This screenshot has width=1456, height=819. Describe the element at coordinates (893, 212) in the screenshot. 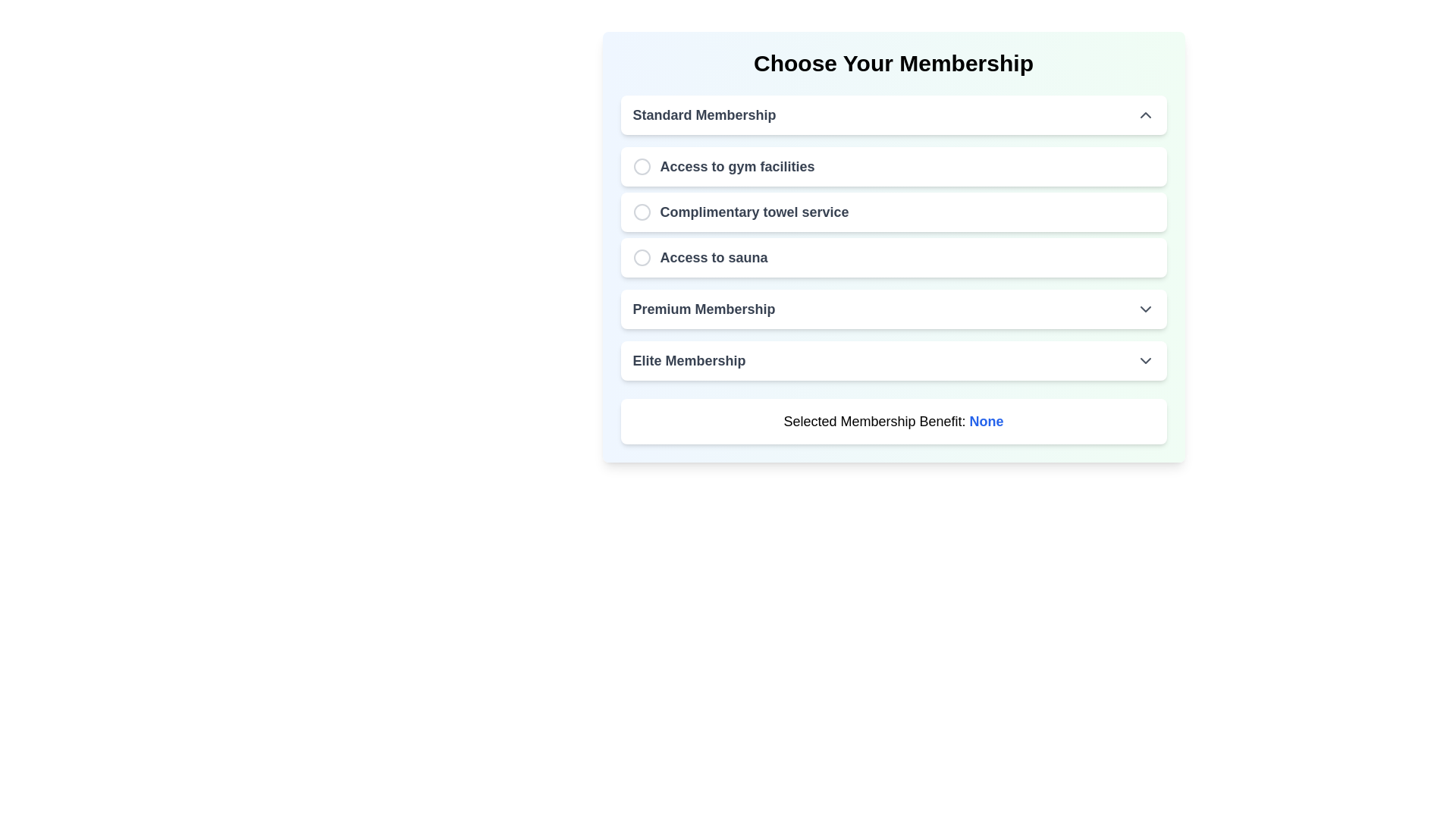

I see `the radio button labeled 'Complimentary towel service'` at that location.